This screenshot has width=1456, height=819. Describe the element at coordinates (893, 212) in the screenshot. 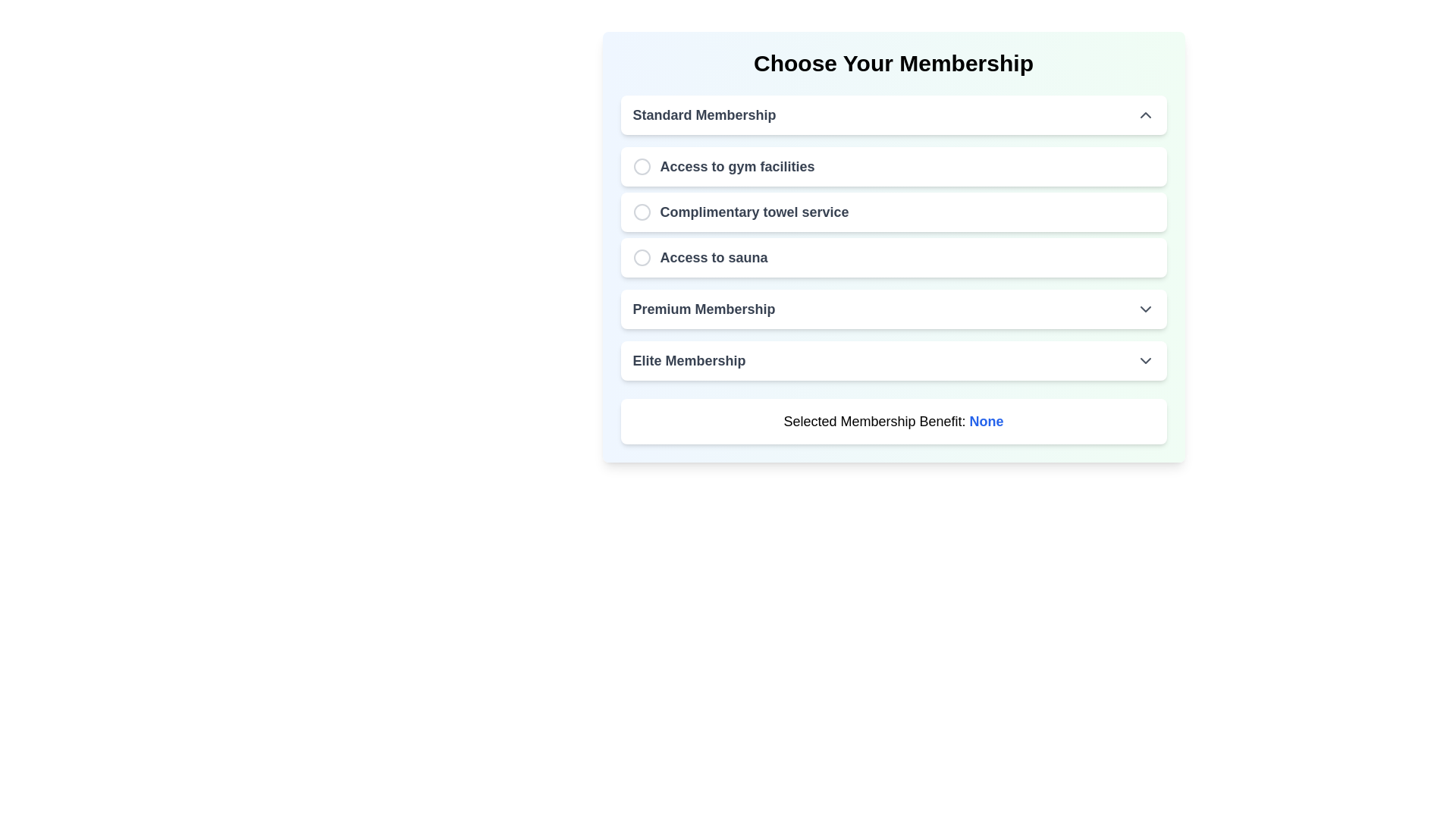

I see `the radio button labeled 'Complimentary towel service'` at that location.